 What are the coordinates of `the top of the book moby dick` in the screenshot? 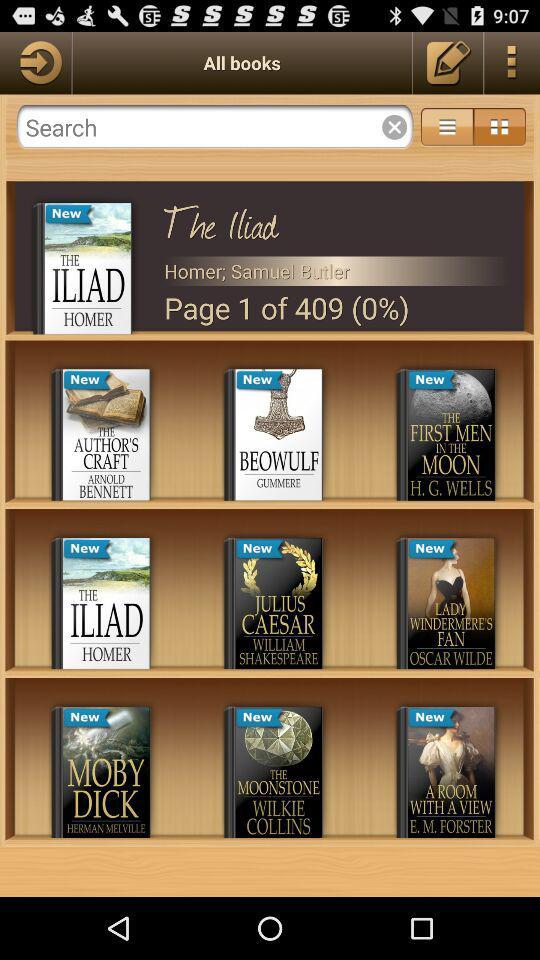 It's located at (87, 719).